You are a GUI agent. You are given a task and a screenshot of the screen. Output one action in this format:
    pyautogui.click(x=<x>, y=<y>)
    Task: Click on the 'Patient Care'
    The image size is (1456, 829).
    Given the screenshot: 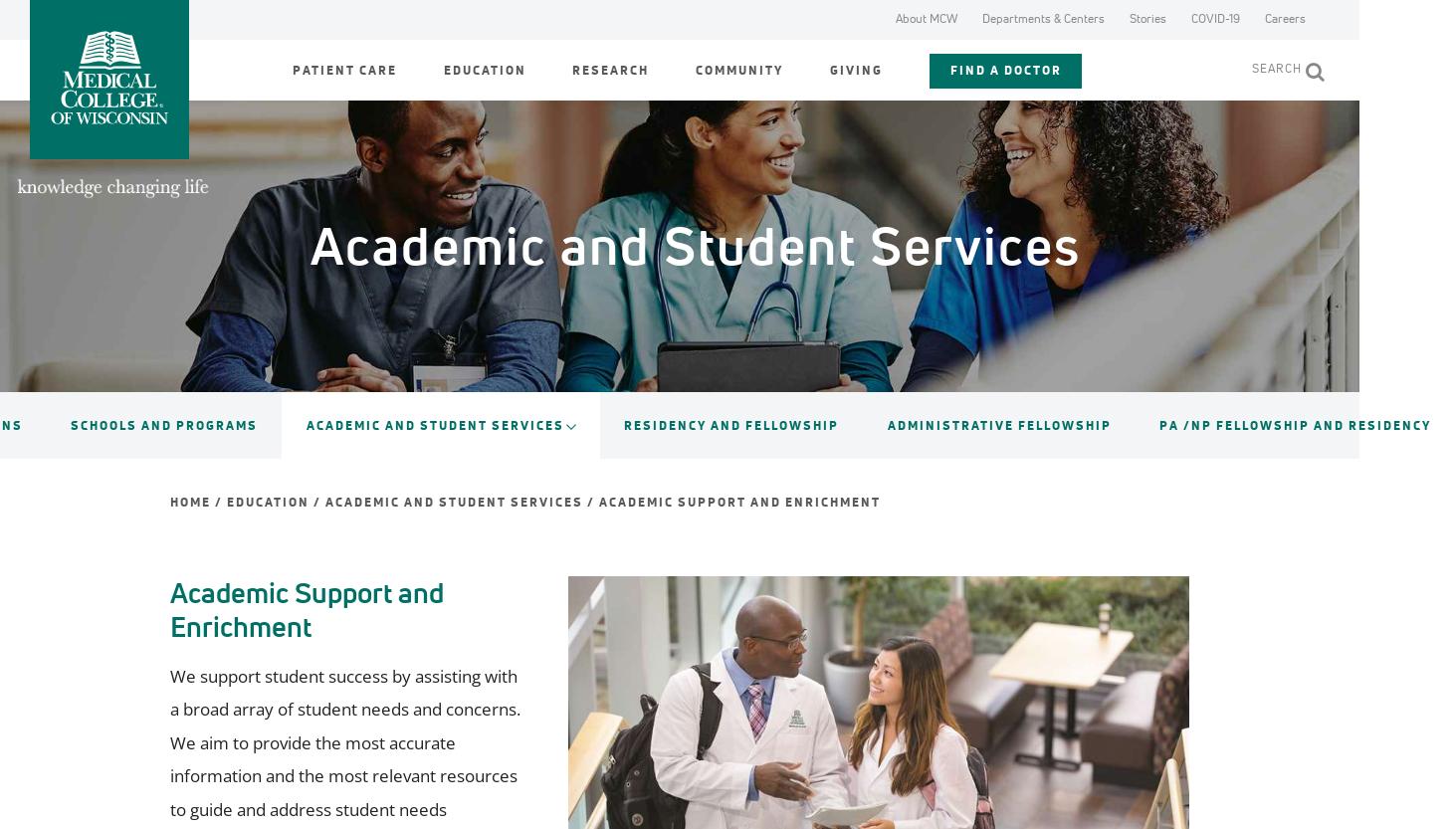 What is the action you would take?
    pyautogui.click(x=343, y=69)
    